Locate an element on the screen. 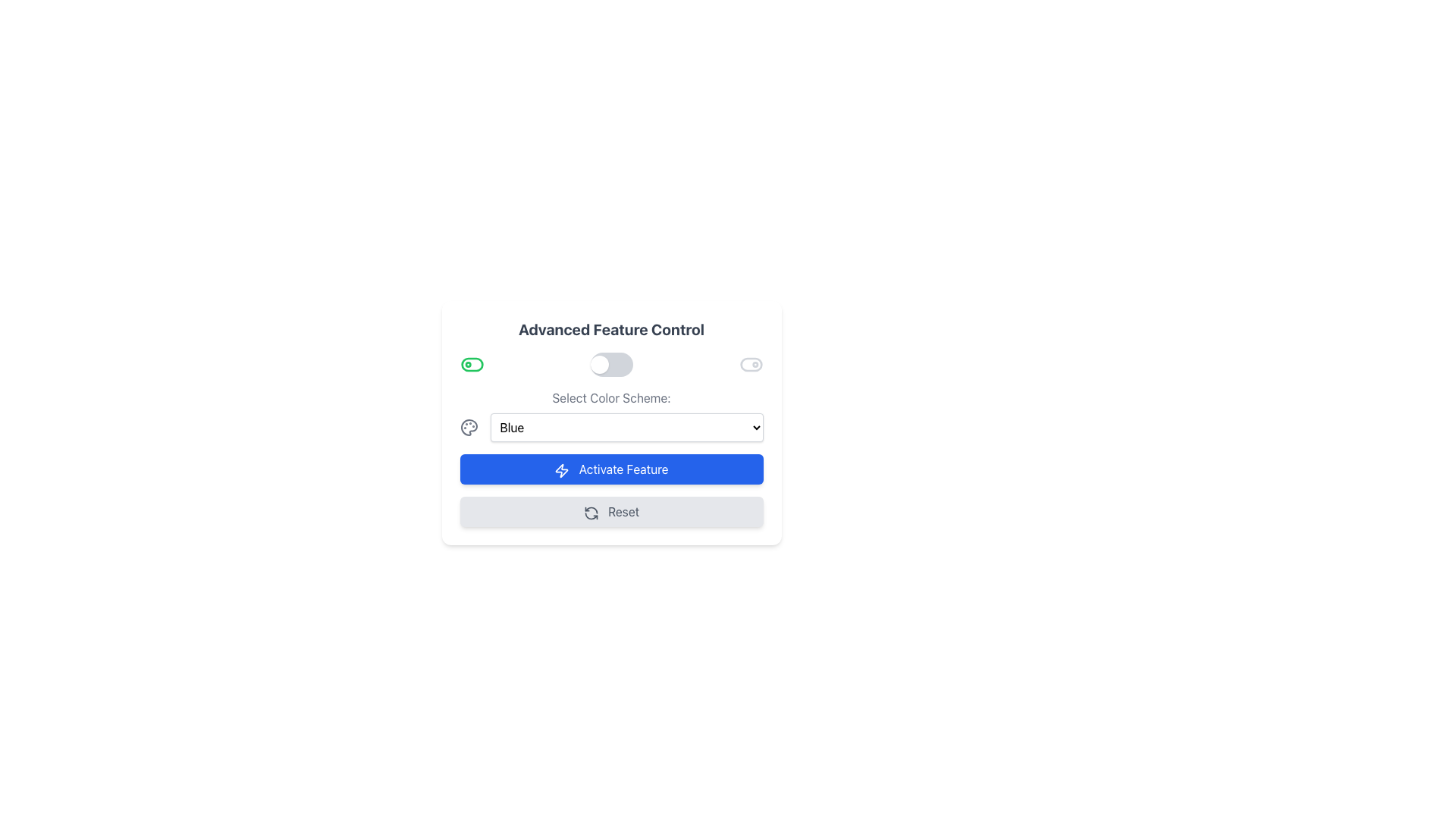 Image resolution: width=1456 pixels, height=819 pixels. the 'off' state graphical element of the toggle switch located in the 'Advanced Feature Control' section is located at coordinates (471, 365).